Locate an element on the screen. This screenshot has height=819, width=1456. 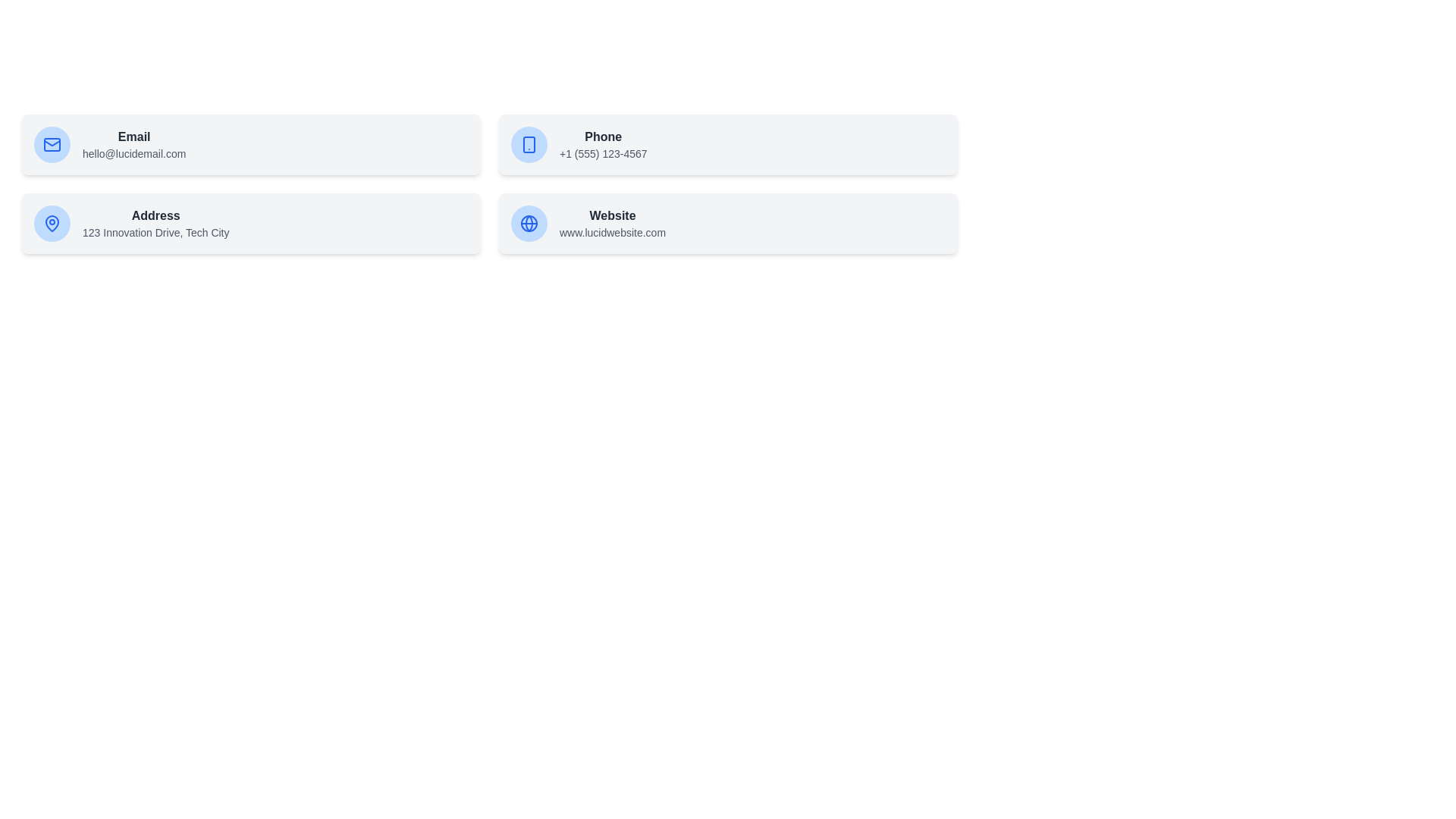
the decorative SVG circle element that represents web-related content in the 'Website' information block, which is the circular outline in the blue icon on the left side of the text is located at coordinates (529, 223).